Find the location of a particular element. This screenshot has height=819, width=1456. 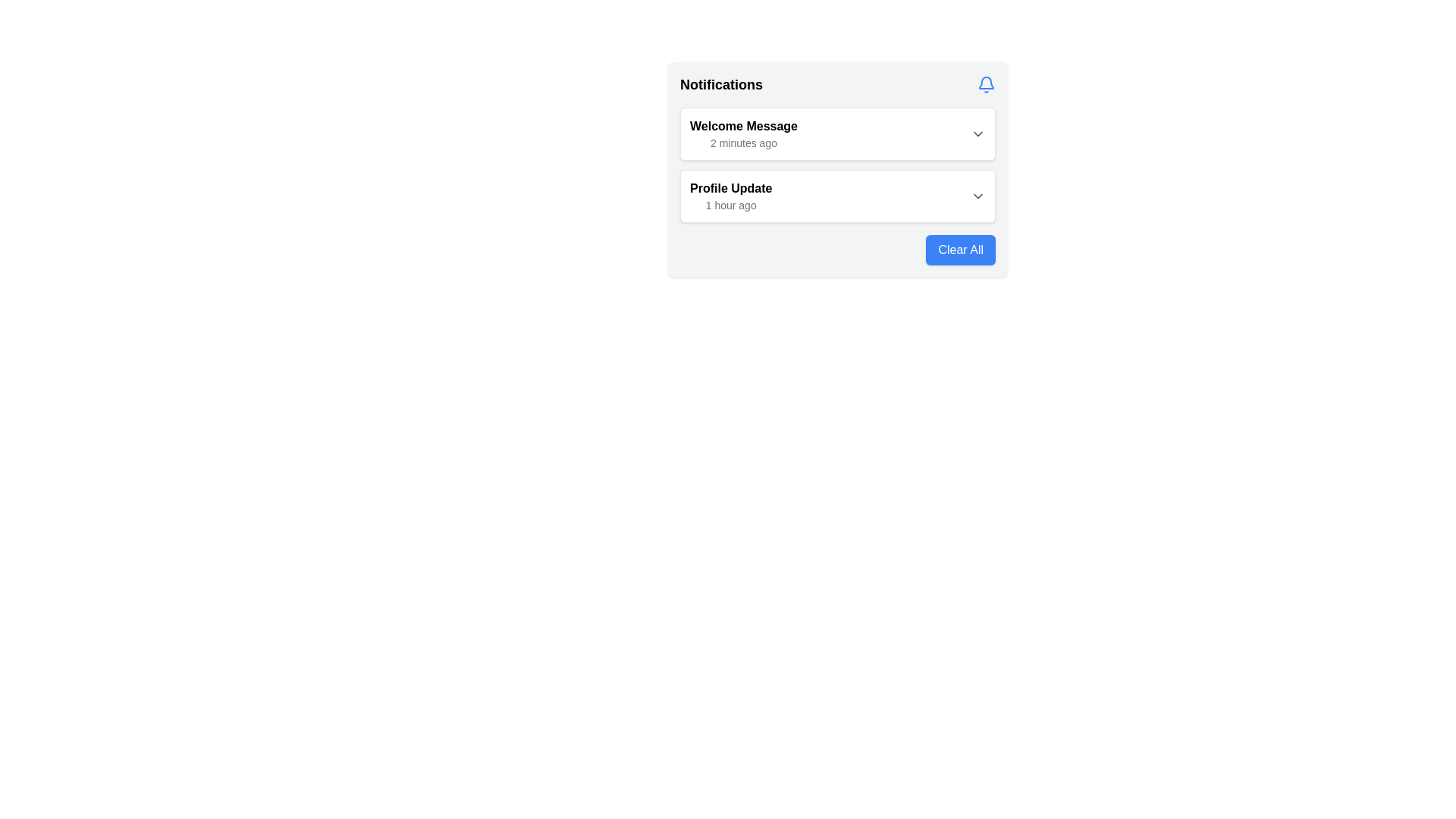

the 'Welcome Message' text element, which is styled in bold and positioned at the top of the first notification card under 'Notifications' is located at coordinates (743, 125).